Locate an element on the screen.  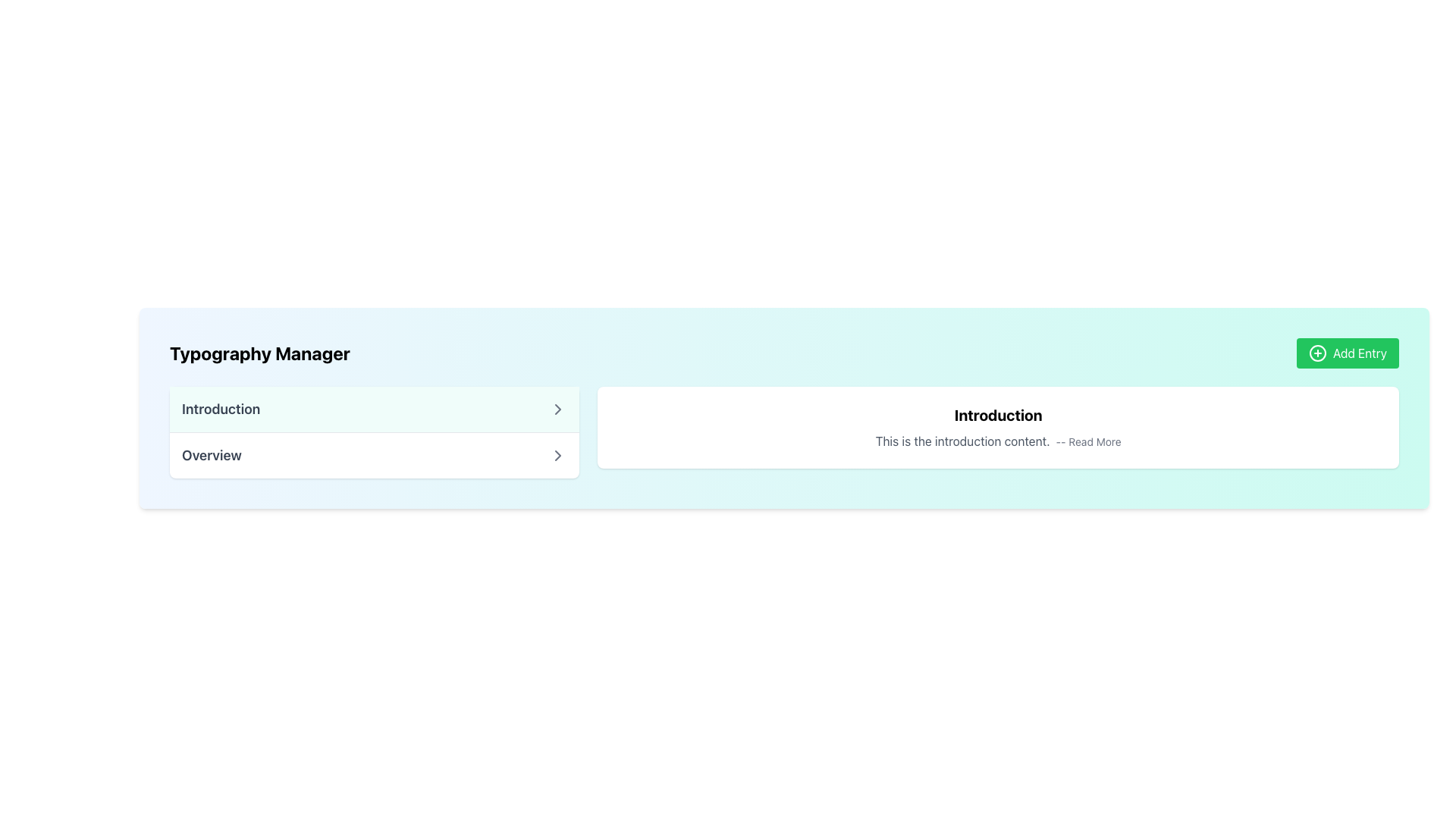
the 'Overview' navigation button located as the second item in the vertical list on the left section of the interface is located at coordinates (375, 454).